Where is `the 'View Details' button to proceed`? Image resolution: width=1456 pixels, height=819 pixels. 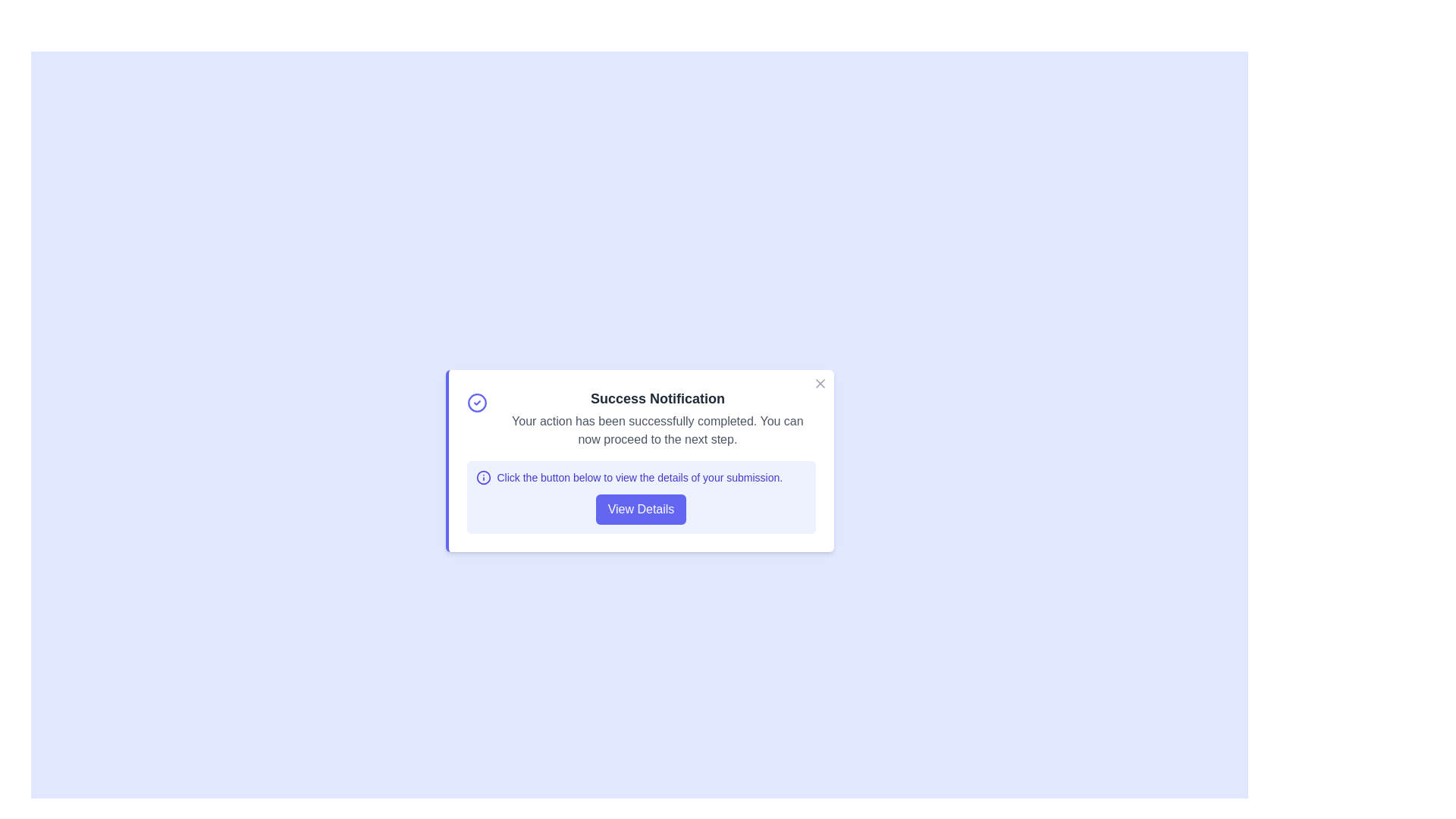 the 'View Details' button to proceed is located at coordinates (641, 509).